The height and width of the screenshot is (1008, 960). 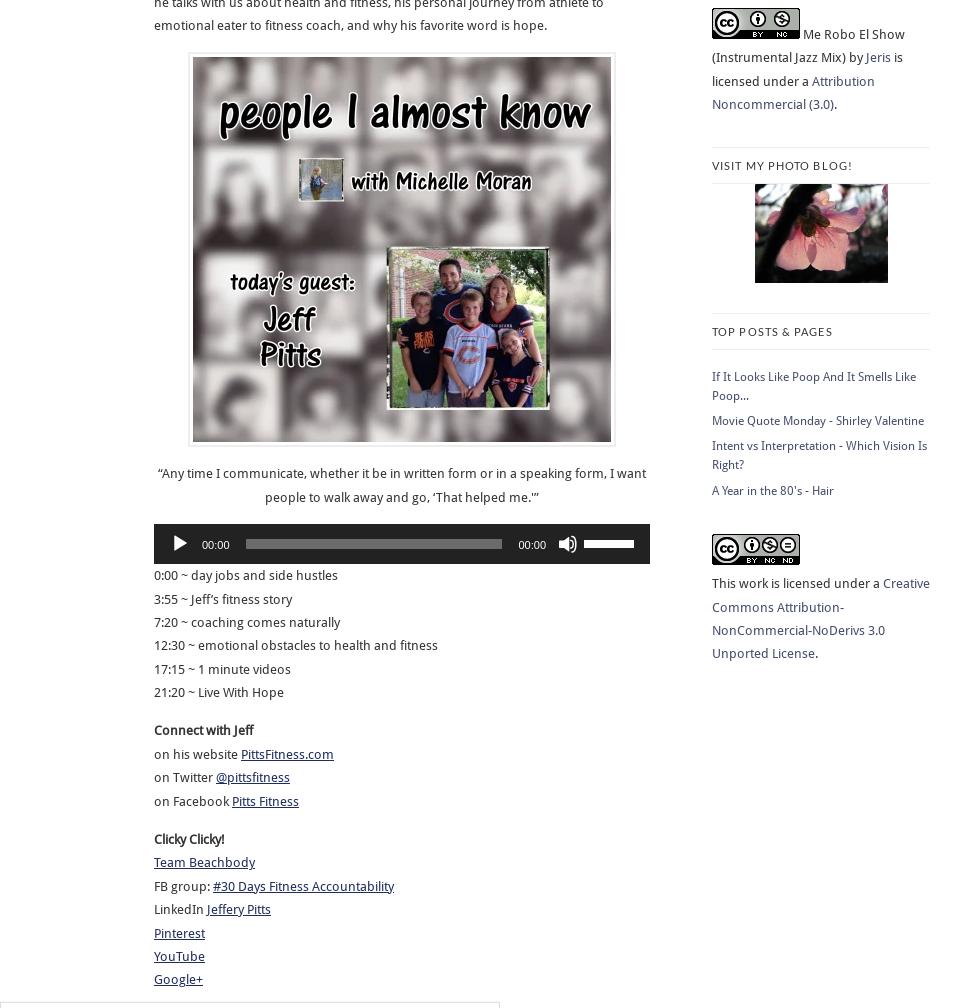 What do you see at coordinates (251, 777) in the screenshot?
I see `'@pittsfitness'` at bounding box center [251, 777].